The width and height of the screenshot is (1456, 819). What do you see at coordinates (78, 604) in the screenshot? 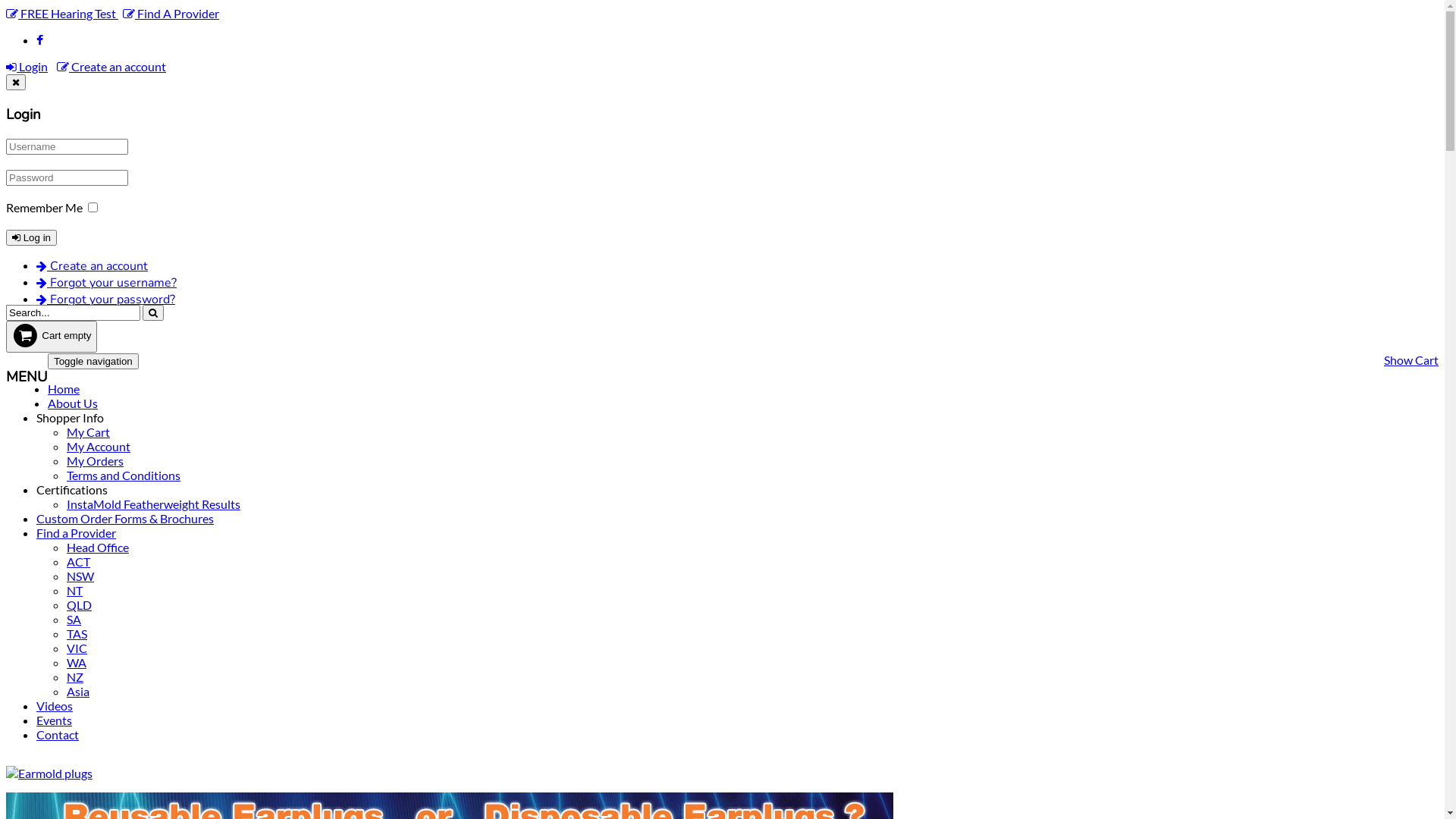
I see `'QLD'` at bounding box center [78, 604].